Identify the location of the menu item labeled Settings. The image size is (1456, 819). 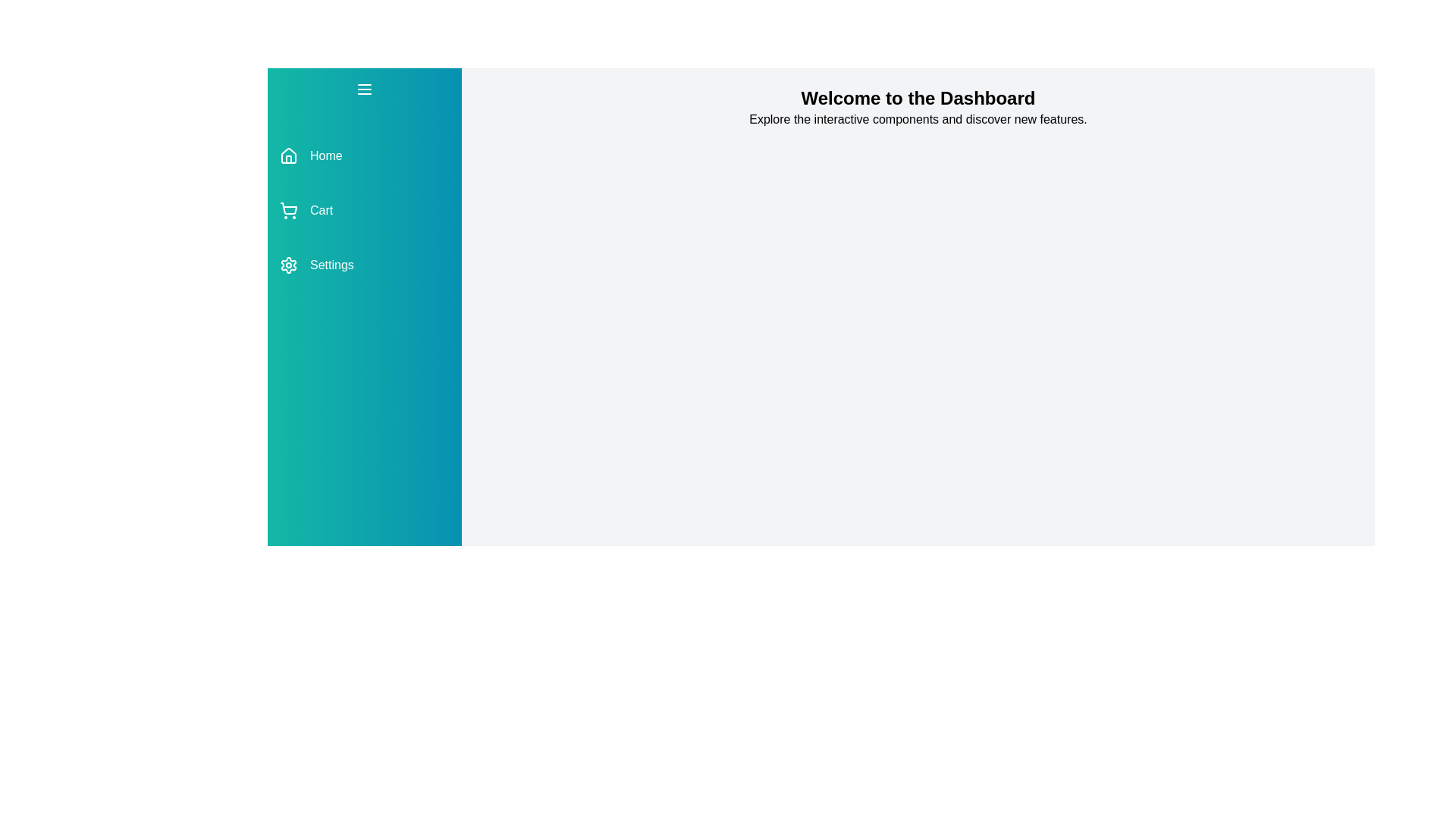
(364, 265).